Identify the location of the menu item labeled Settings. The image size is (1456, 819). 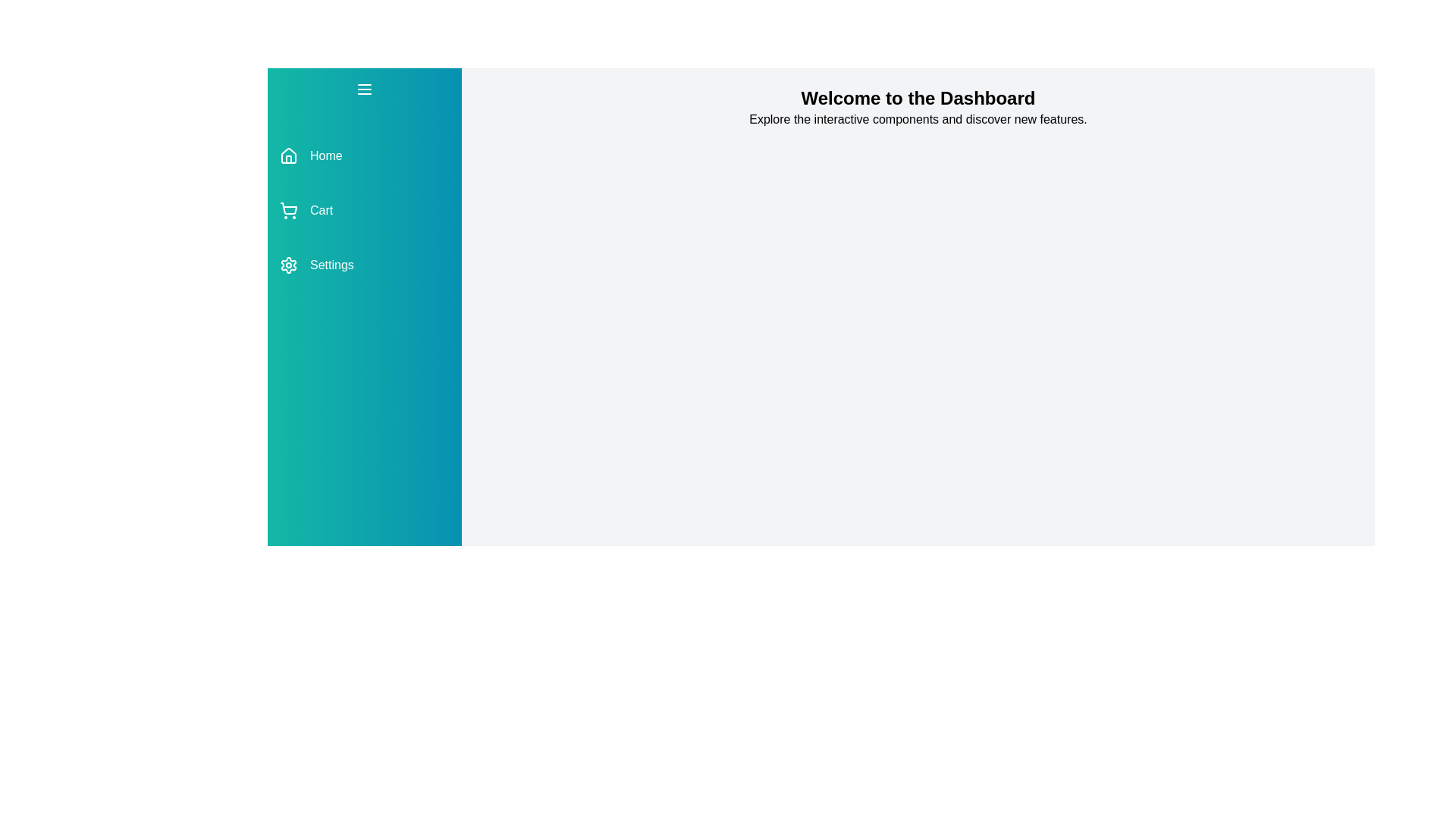
(364, 265).